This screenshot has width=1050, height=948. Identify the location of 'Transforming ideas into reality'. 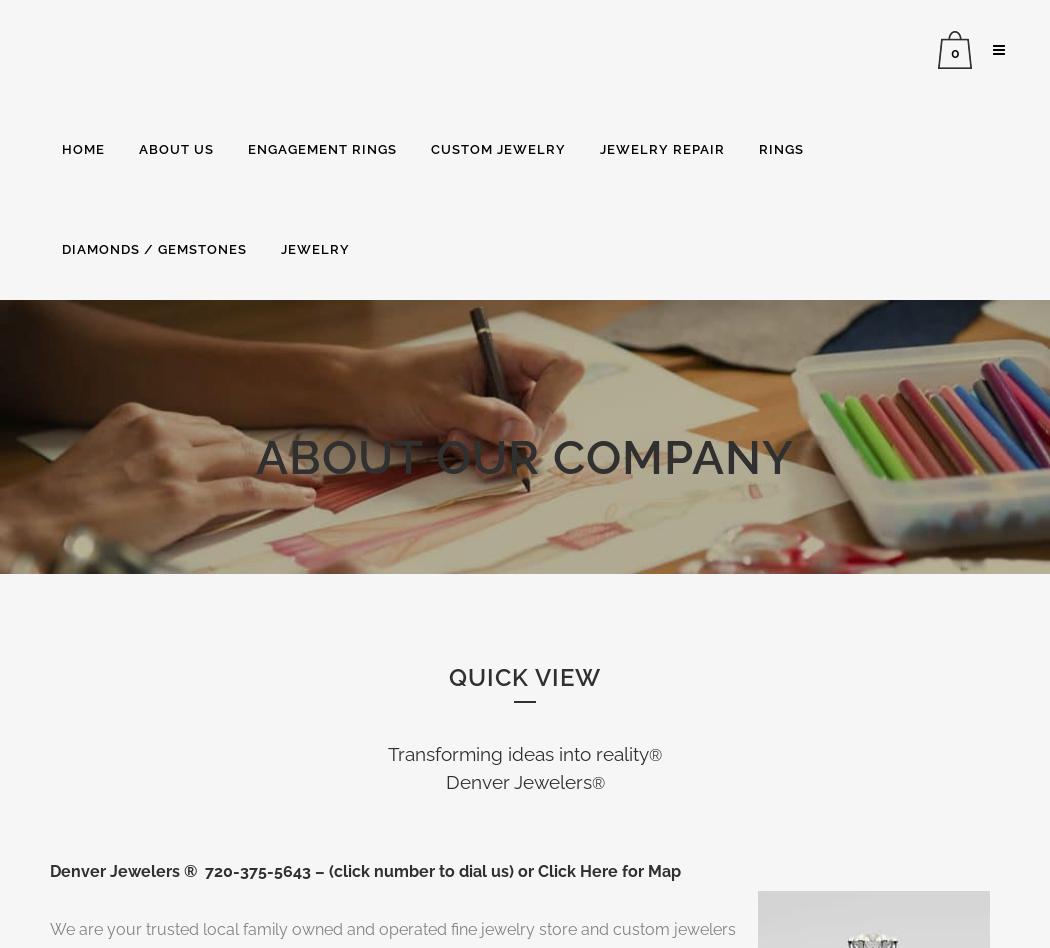
(517, 752).